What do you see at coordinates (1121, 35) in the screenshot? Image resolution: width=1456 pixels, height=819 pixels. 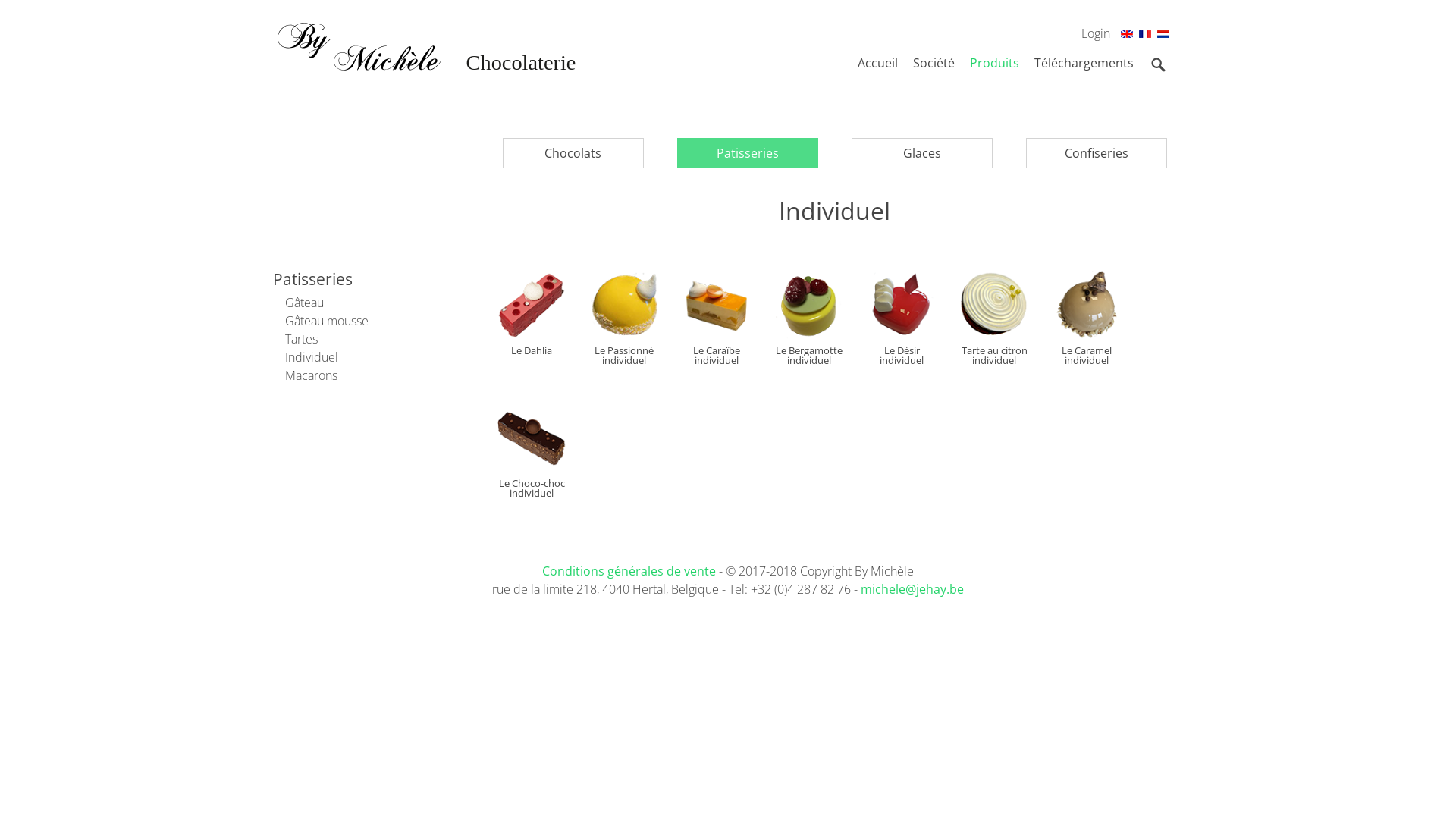 I see `'En'` at bounding box center [1121, 35].